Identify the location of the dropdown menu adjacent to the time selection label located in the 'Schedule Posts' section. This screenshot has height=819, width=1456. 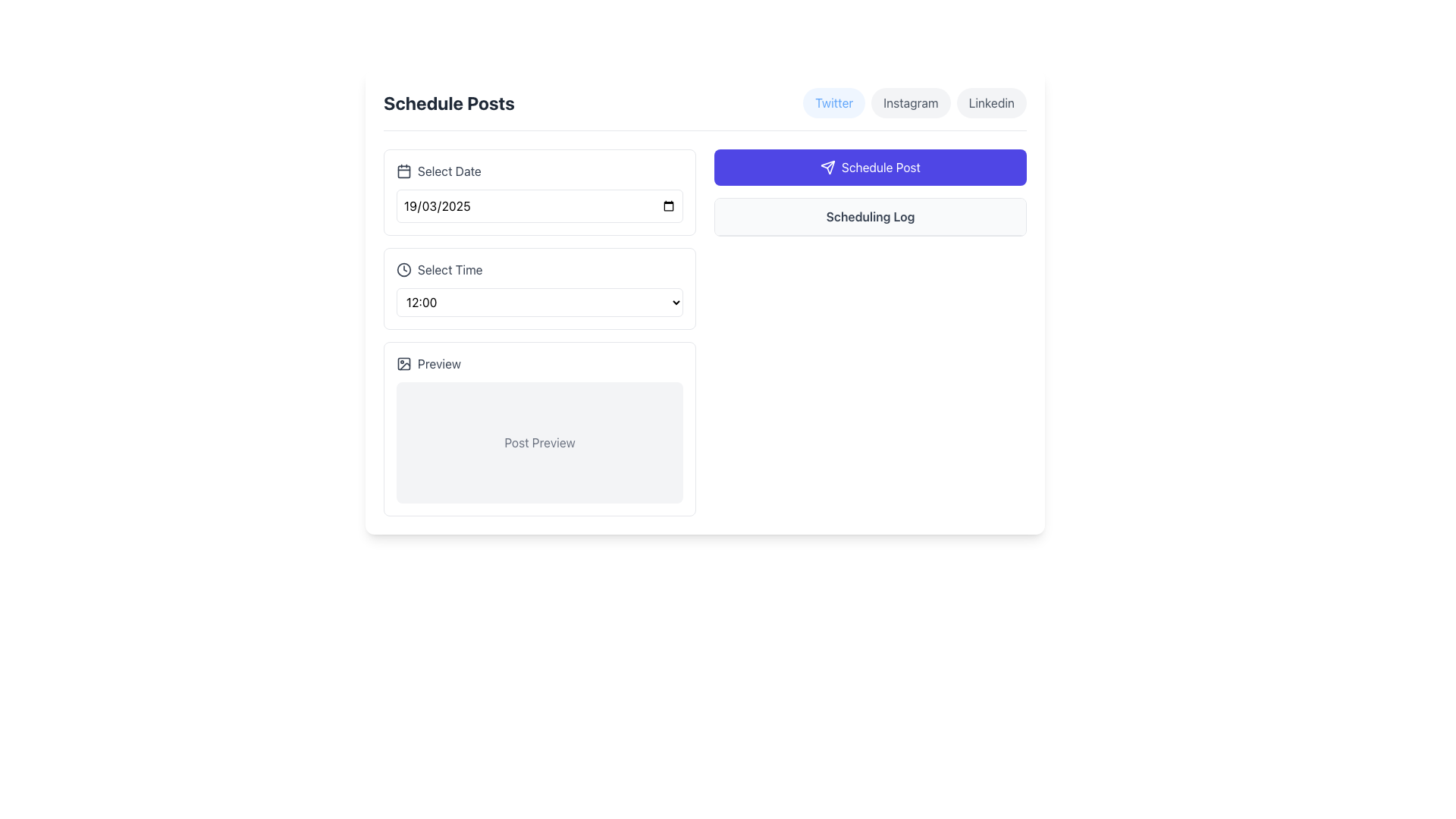
(539, 268).